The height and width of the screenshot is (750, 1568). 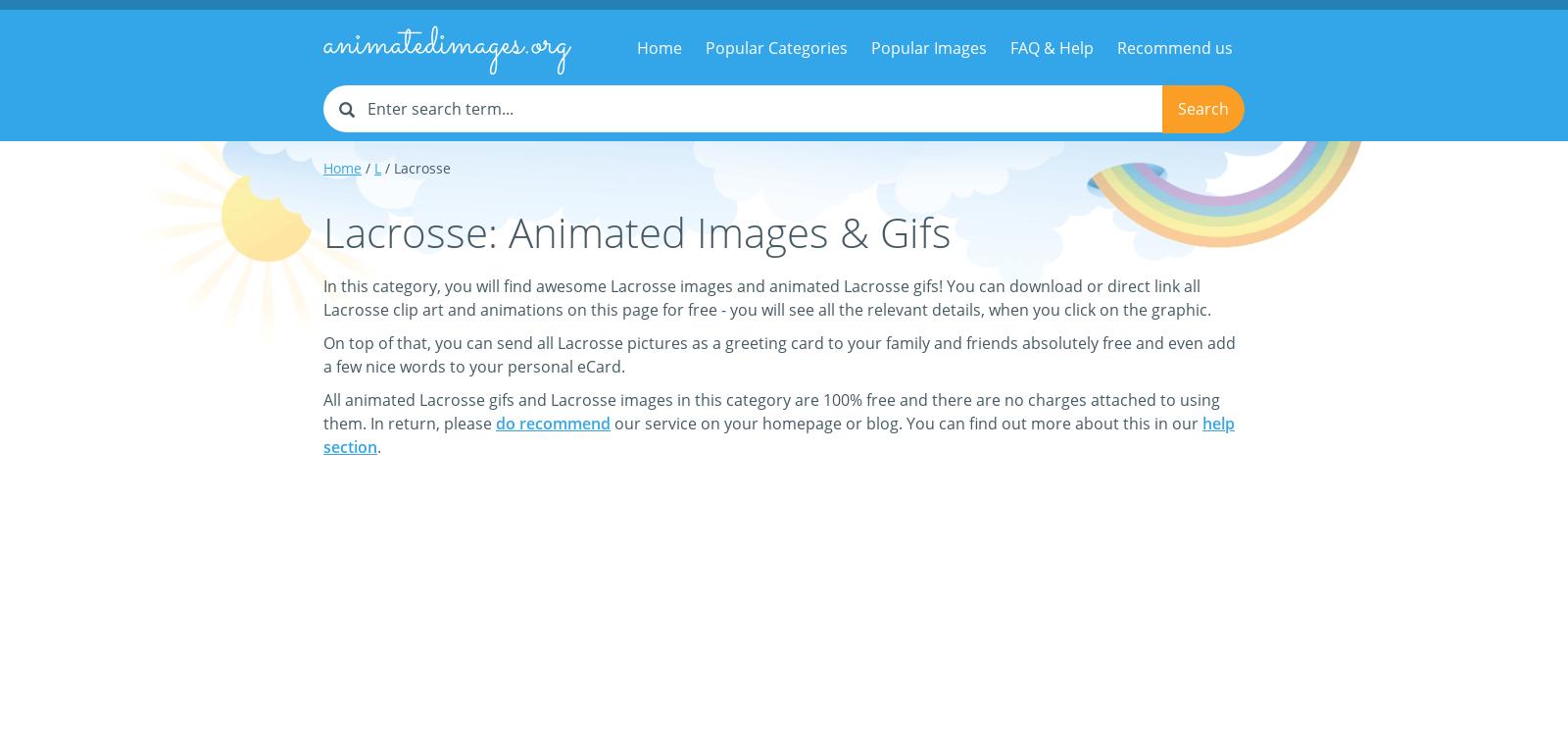 I want to click on 'our service on your homepage or blog. You can find out more about this in our', so click(x=905, y=422).